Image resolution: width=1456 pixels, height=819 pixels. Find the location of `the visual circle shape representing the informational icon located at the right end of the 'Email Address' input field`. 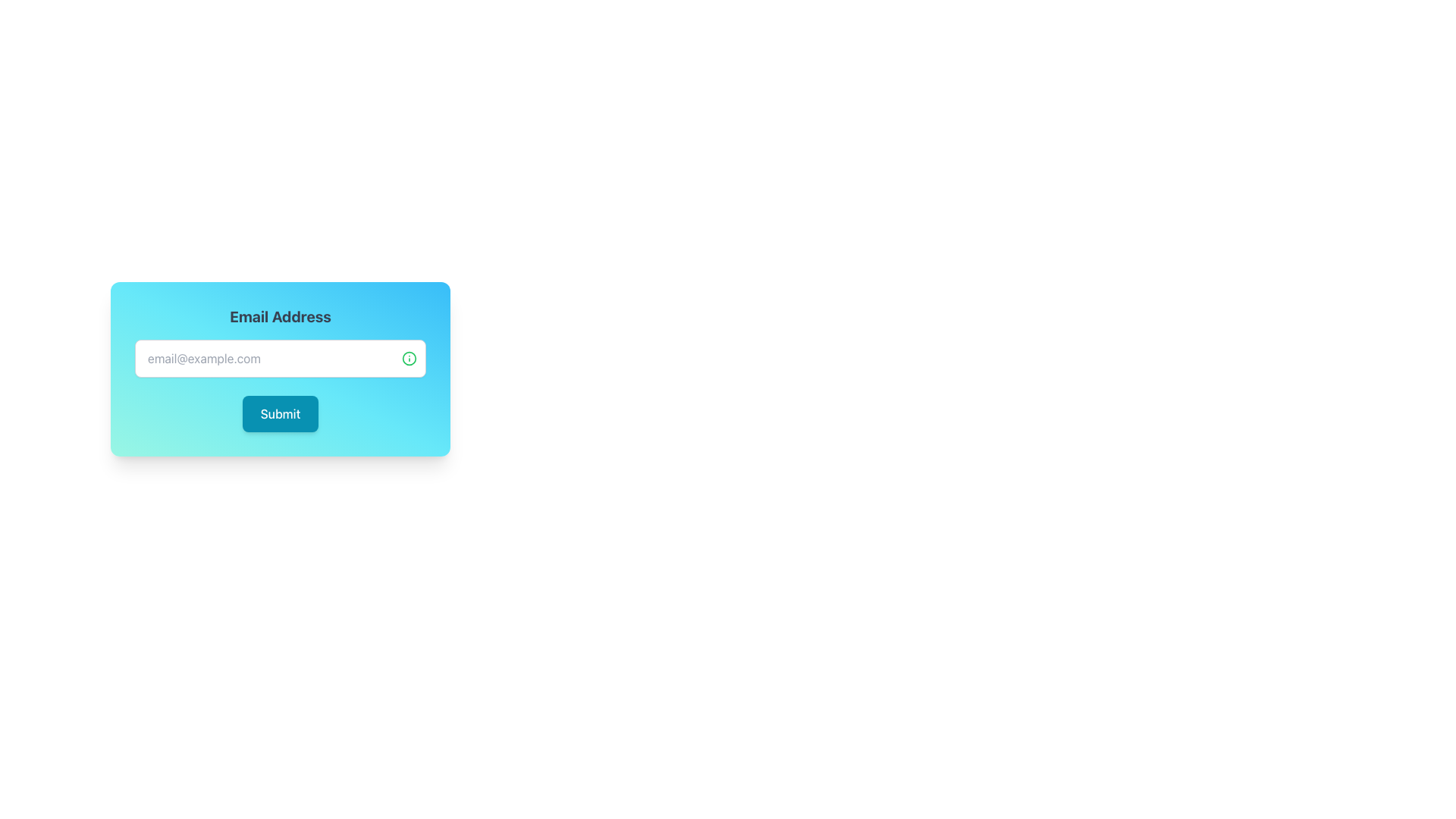

the visual circle shape representing the informational icon located at the right end of the 'Email Address' input field is located at coordinates (409, 359).